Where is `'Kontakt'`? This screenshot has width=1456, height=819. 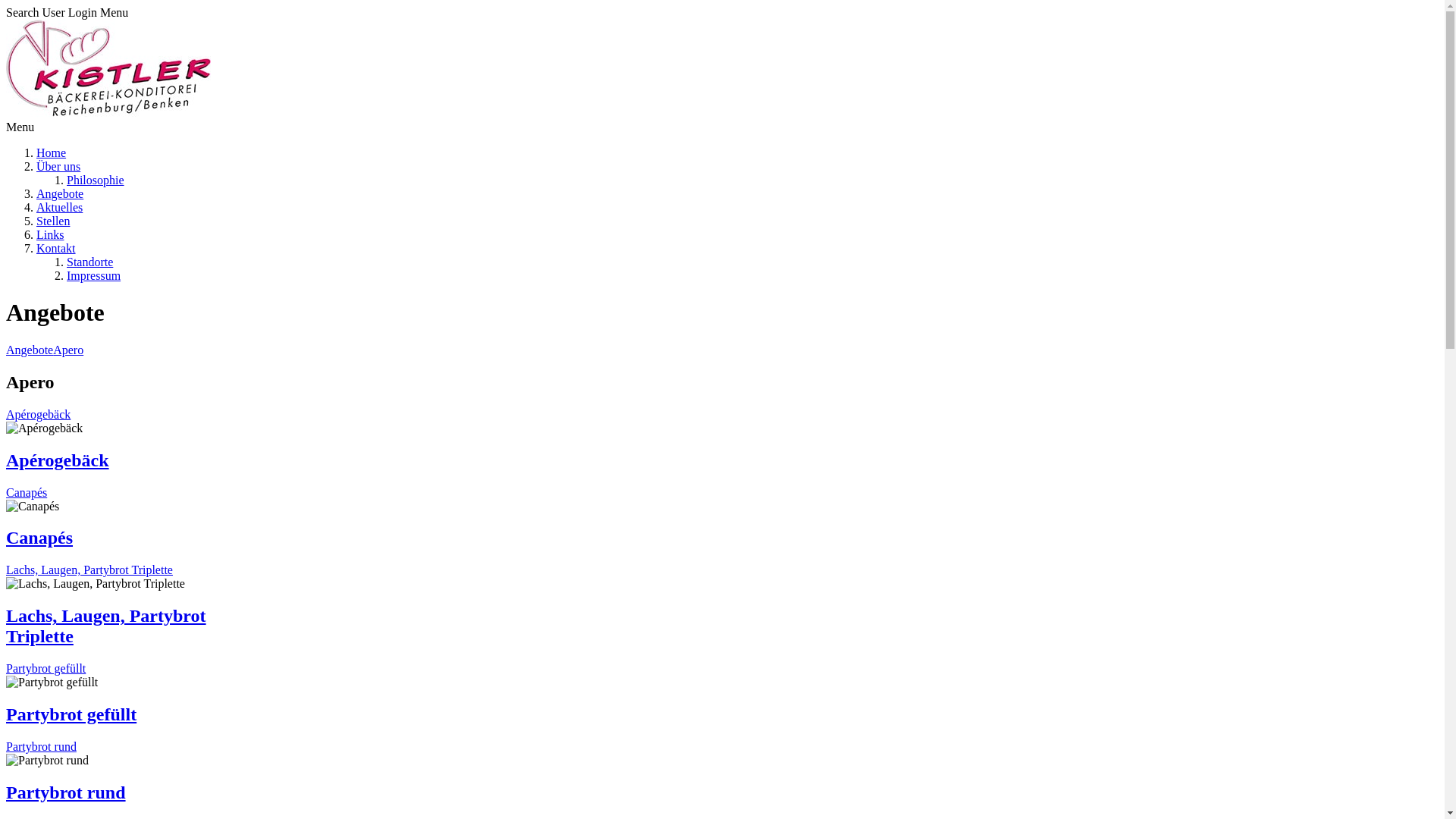 'Kontakt' is located at coordinates (55, 247).